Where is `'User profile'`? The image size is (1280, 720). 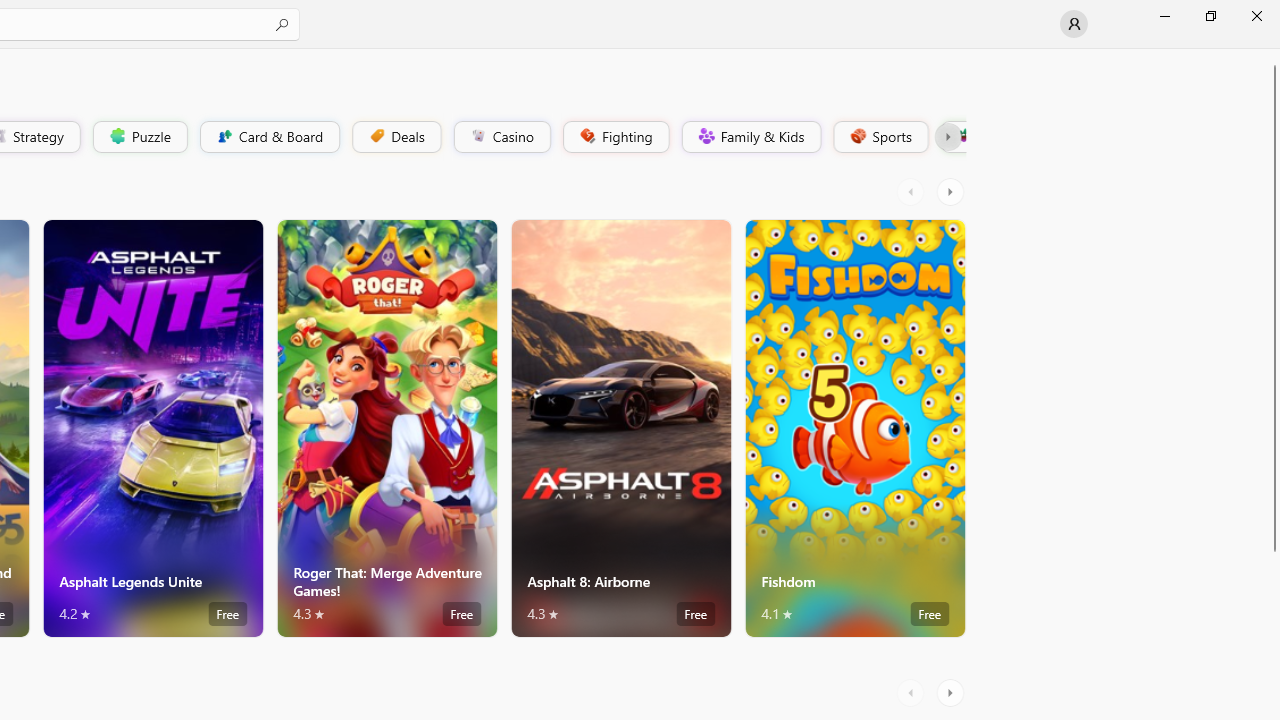 'User profile' is located at coordinates (1072, 24).